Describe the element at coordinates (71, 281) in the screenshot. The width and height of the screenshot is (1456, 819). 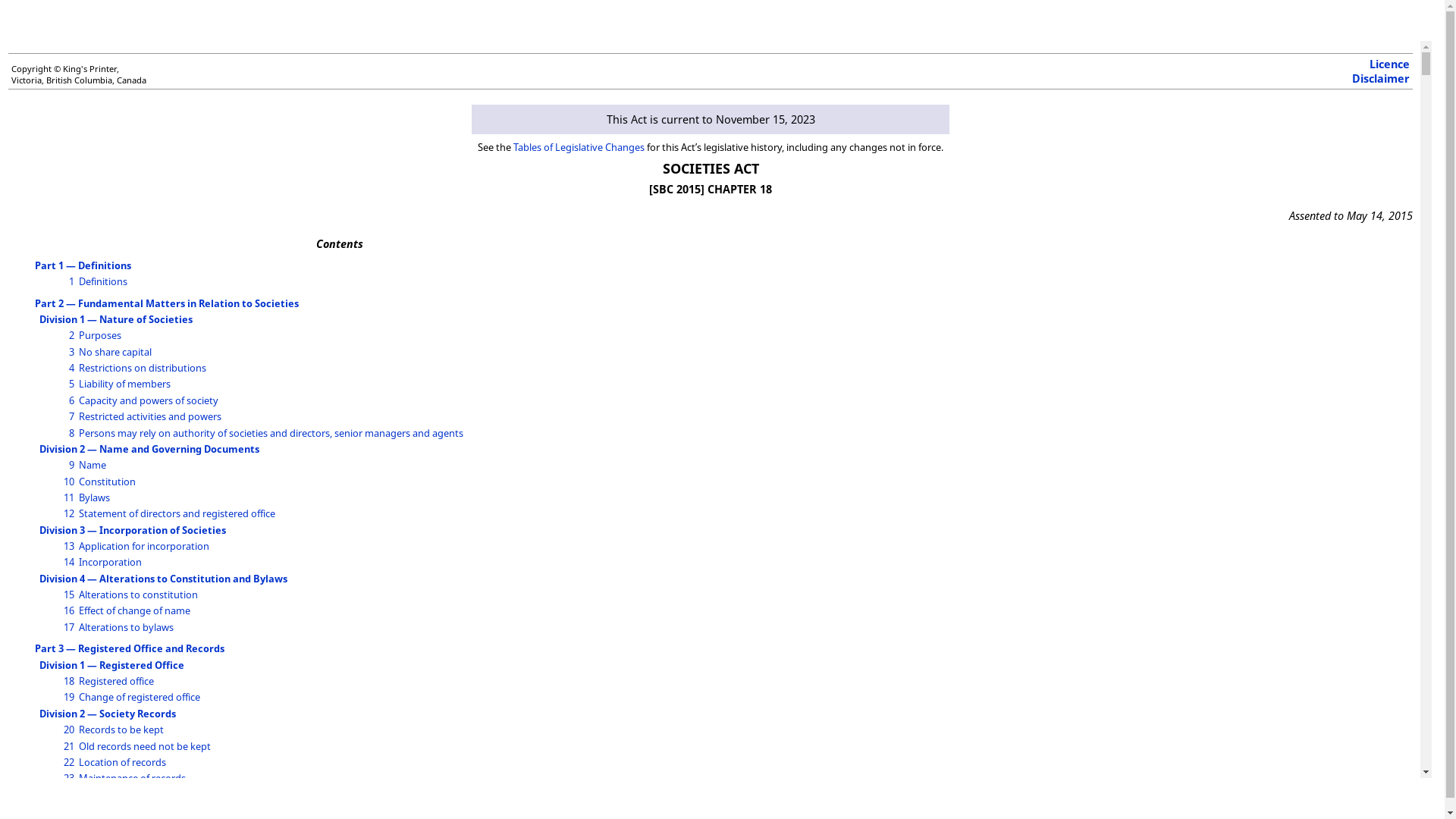
I see `'1'` at that location.